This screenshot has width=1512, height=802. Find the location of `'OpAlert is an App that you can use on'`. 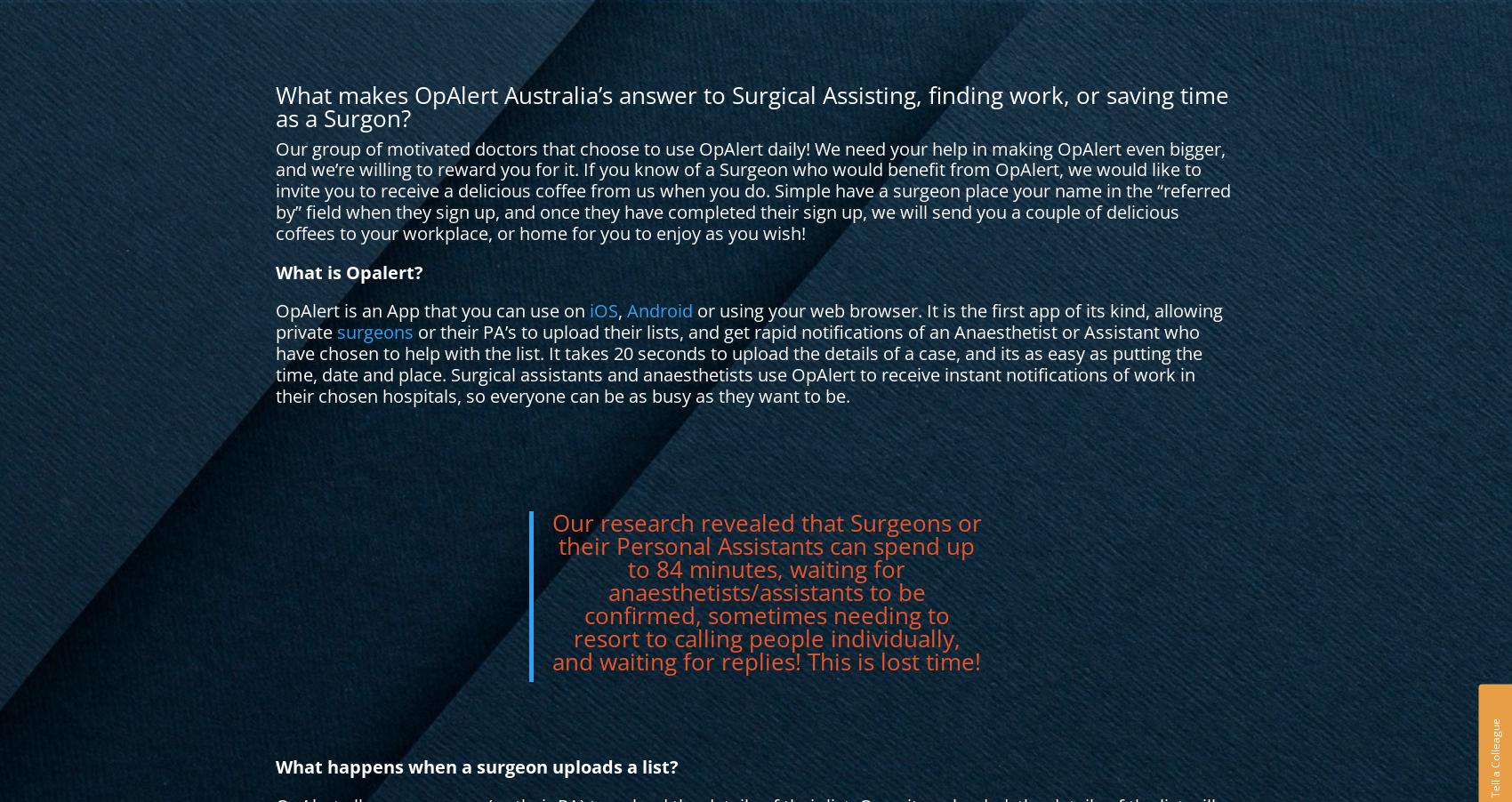

'OpAlert is an App that you can use on' is located at coordinates (432, 309).